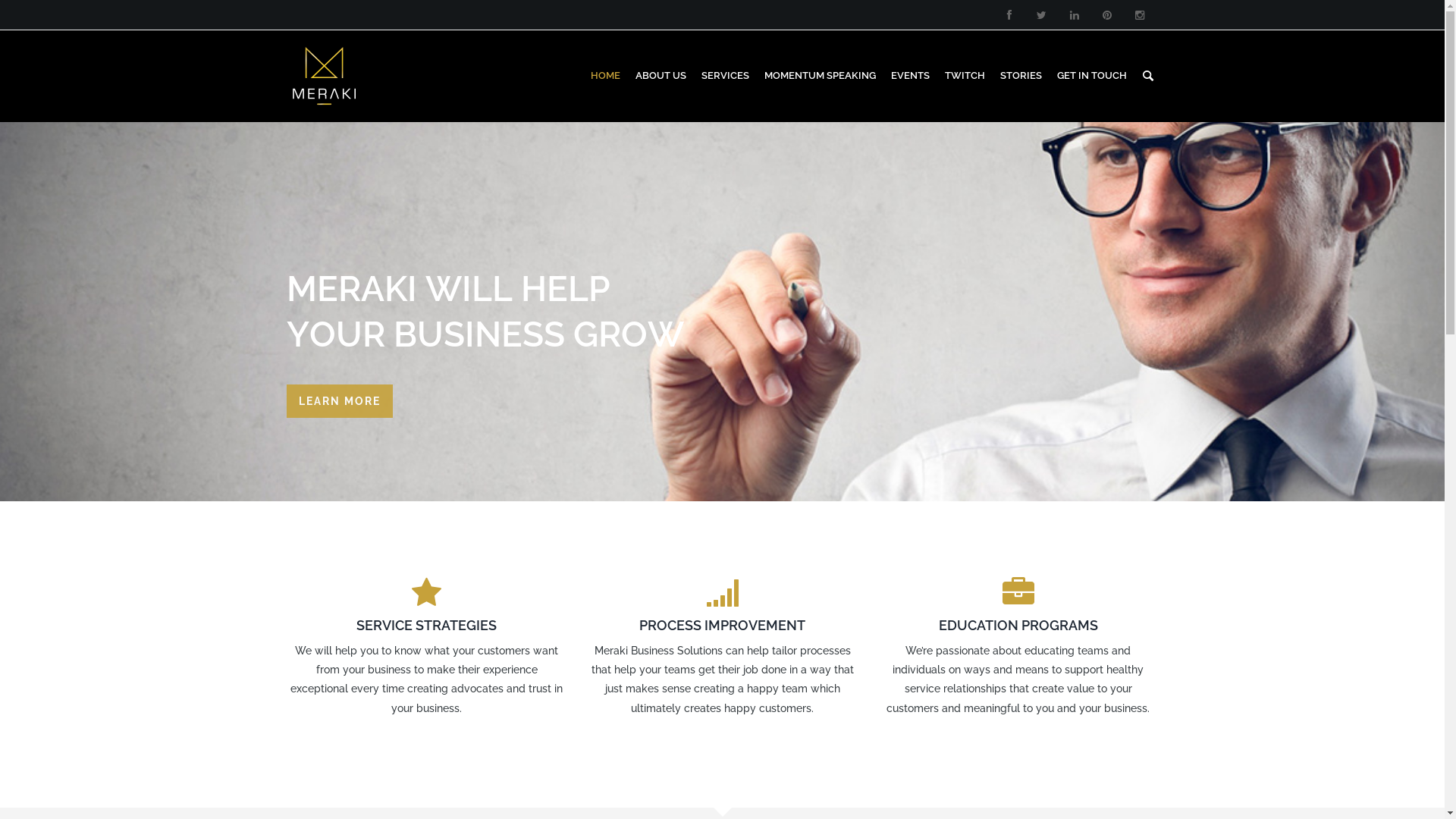 This screenshot has height=819, width=1456. What do you see at coordinates (604, 76) in the screenshot?
I see `'HOME'` at bounding box center [604, 76].